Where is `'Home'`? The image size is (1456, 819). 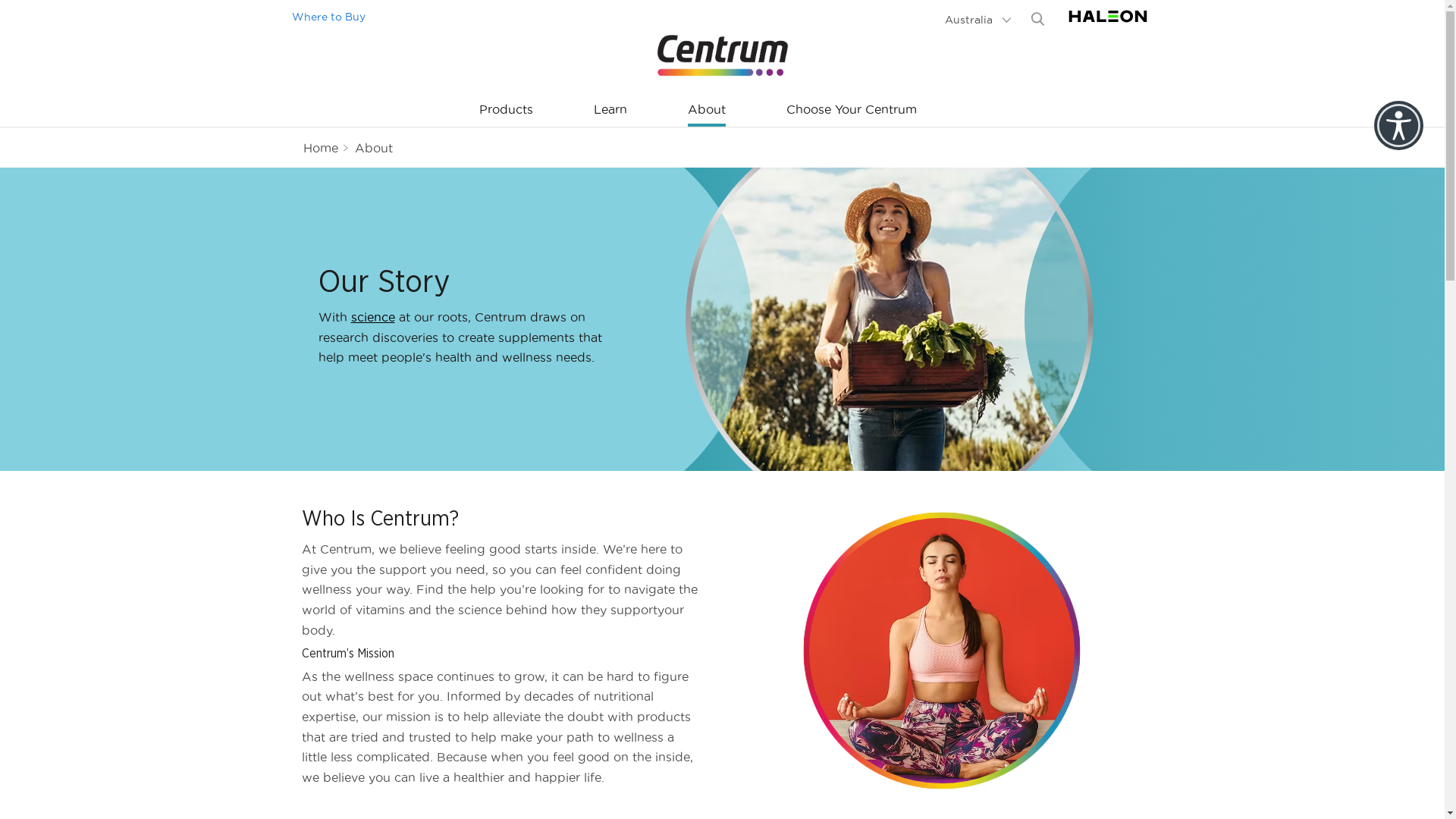 'Home' is located at coordinates (319, 148).